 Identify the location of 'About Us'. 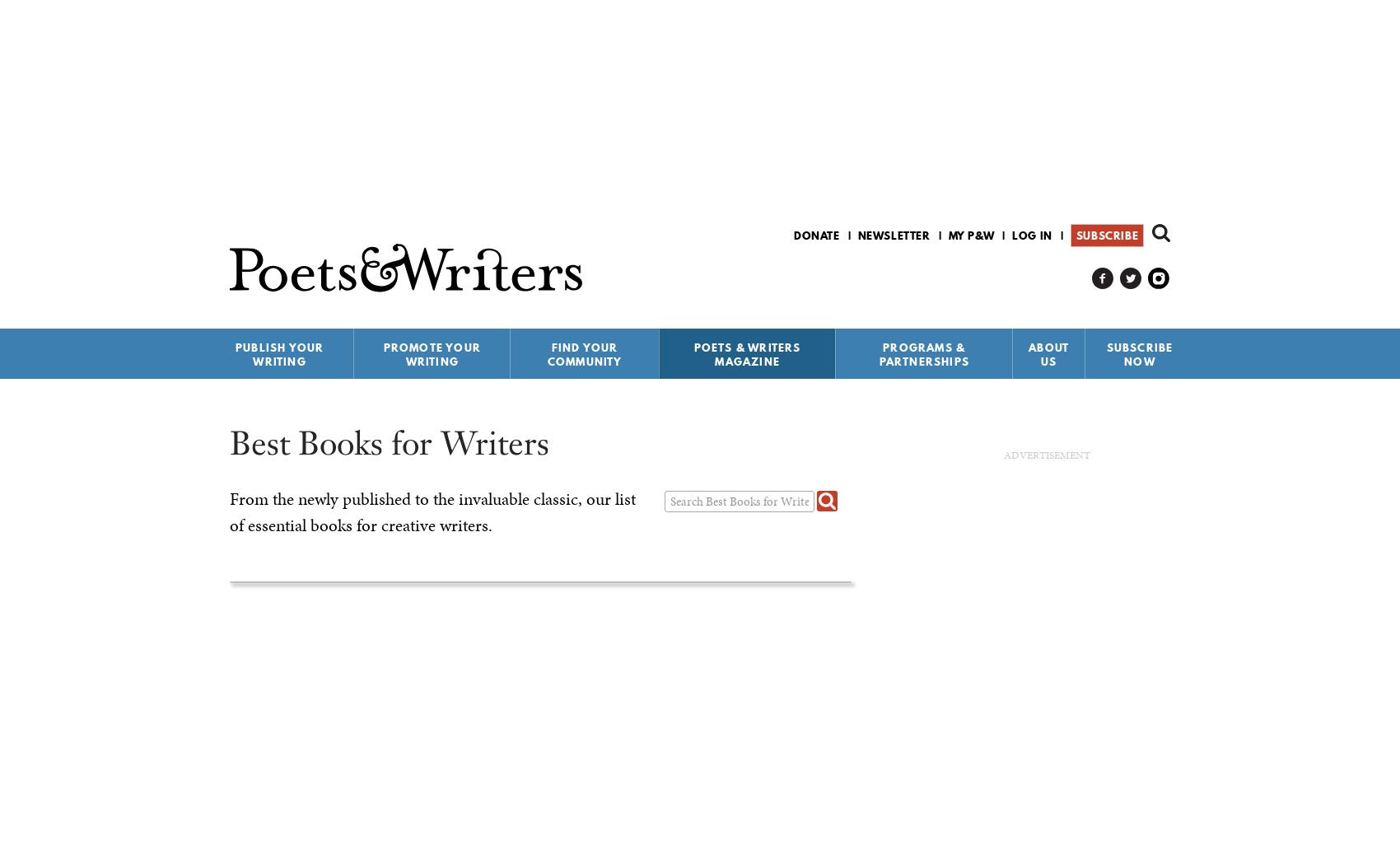
(1048, 353).